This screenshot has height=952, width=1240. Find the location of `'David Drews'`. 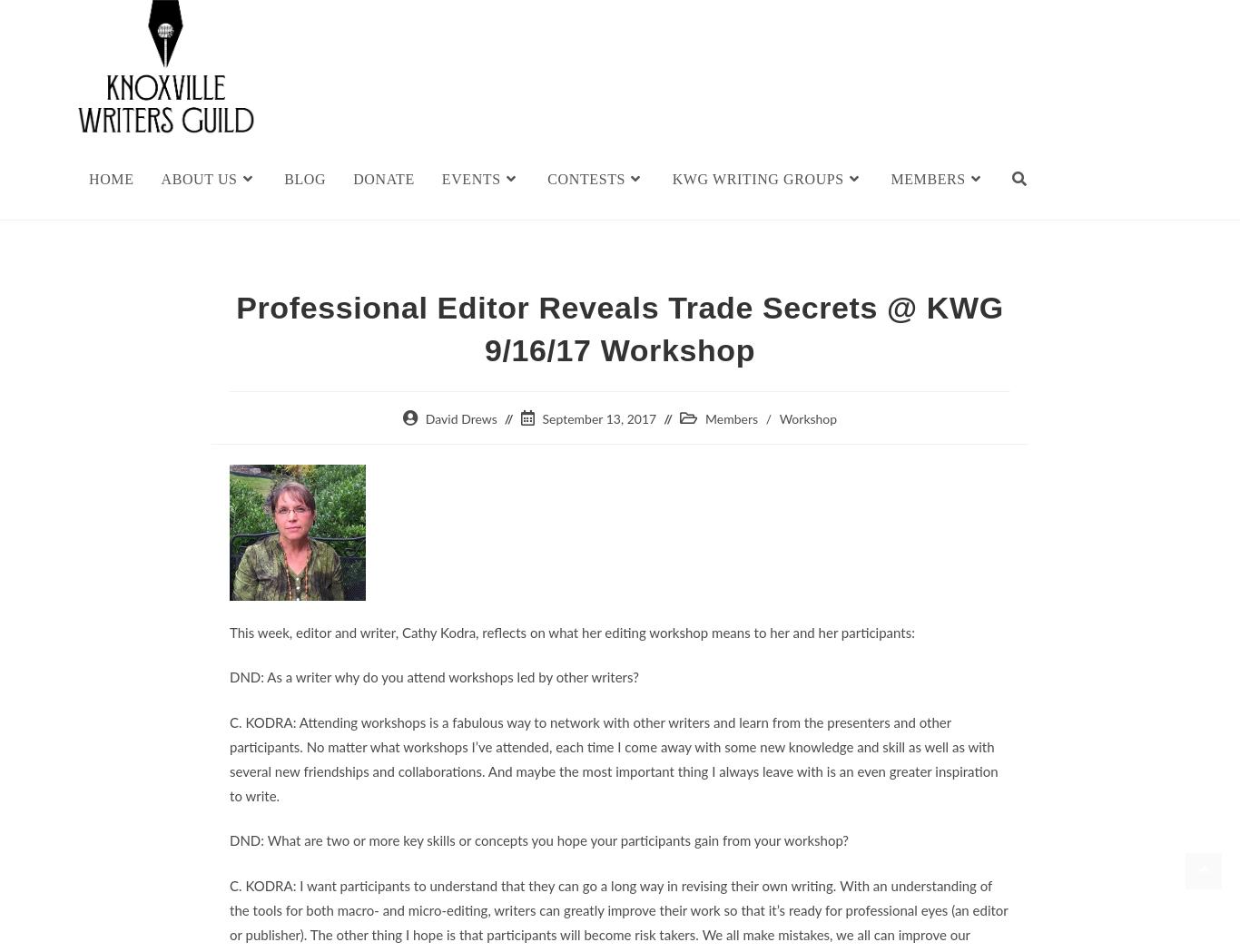

'David Drews' is located at coordinates (460, 418).